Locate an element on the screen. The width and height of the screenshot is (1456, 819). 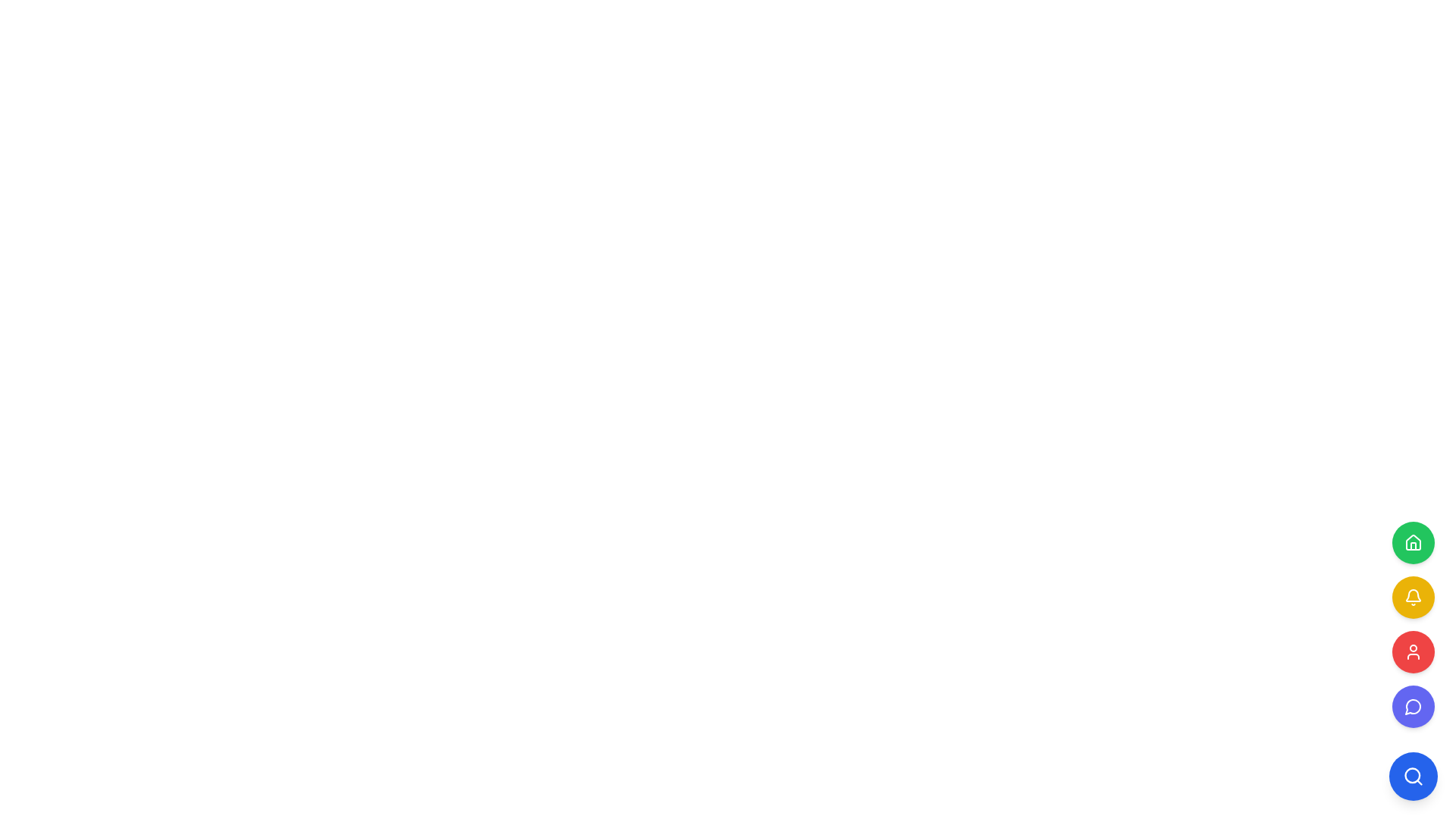
the circular yellow button with a white notification bell icon located at the bottom-right corner of the interface is located at coordinates (1412, 596).